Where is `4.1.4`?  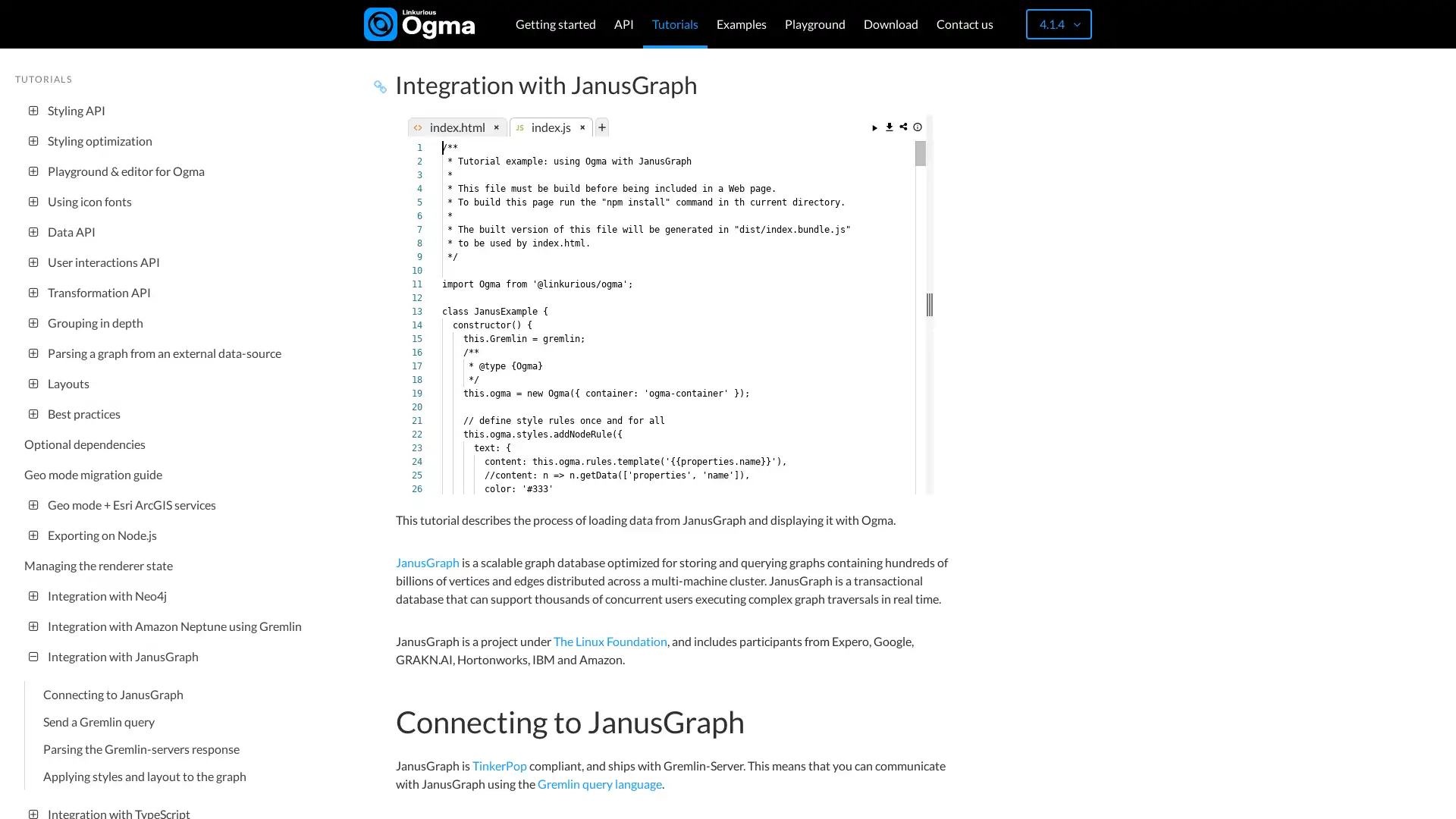 4.1.4 is located at coordinates (1058, 24).